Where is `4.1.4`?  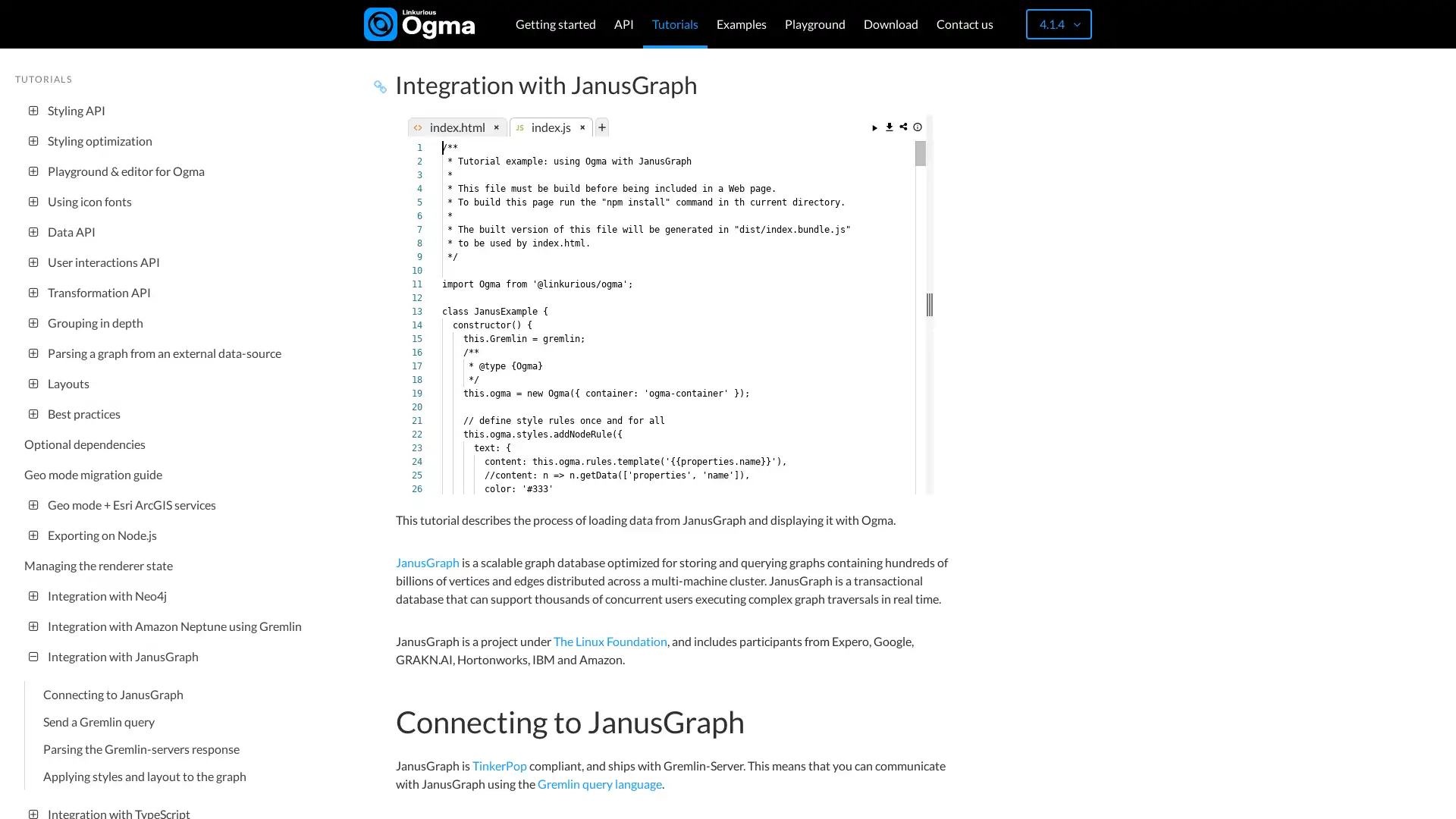 4.1.4 is located at coordinates (1058, 24).